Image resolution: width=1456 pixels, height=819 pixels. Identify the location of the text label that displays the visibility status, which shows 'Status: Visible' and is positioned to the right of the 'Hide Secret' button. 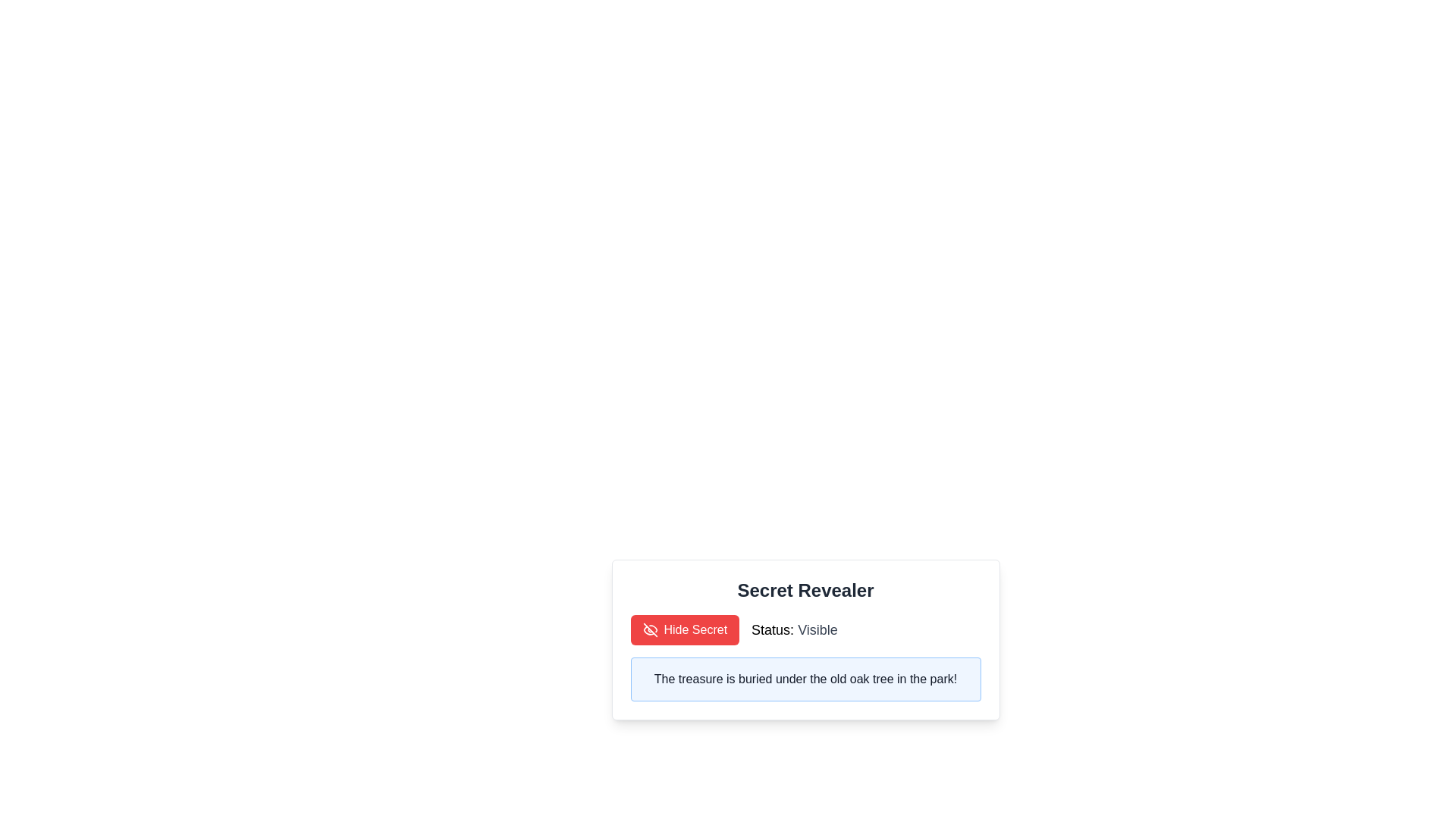
(793, 629).